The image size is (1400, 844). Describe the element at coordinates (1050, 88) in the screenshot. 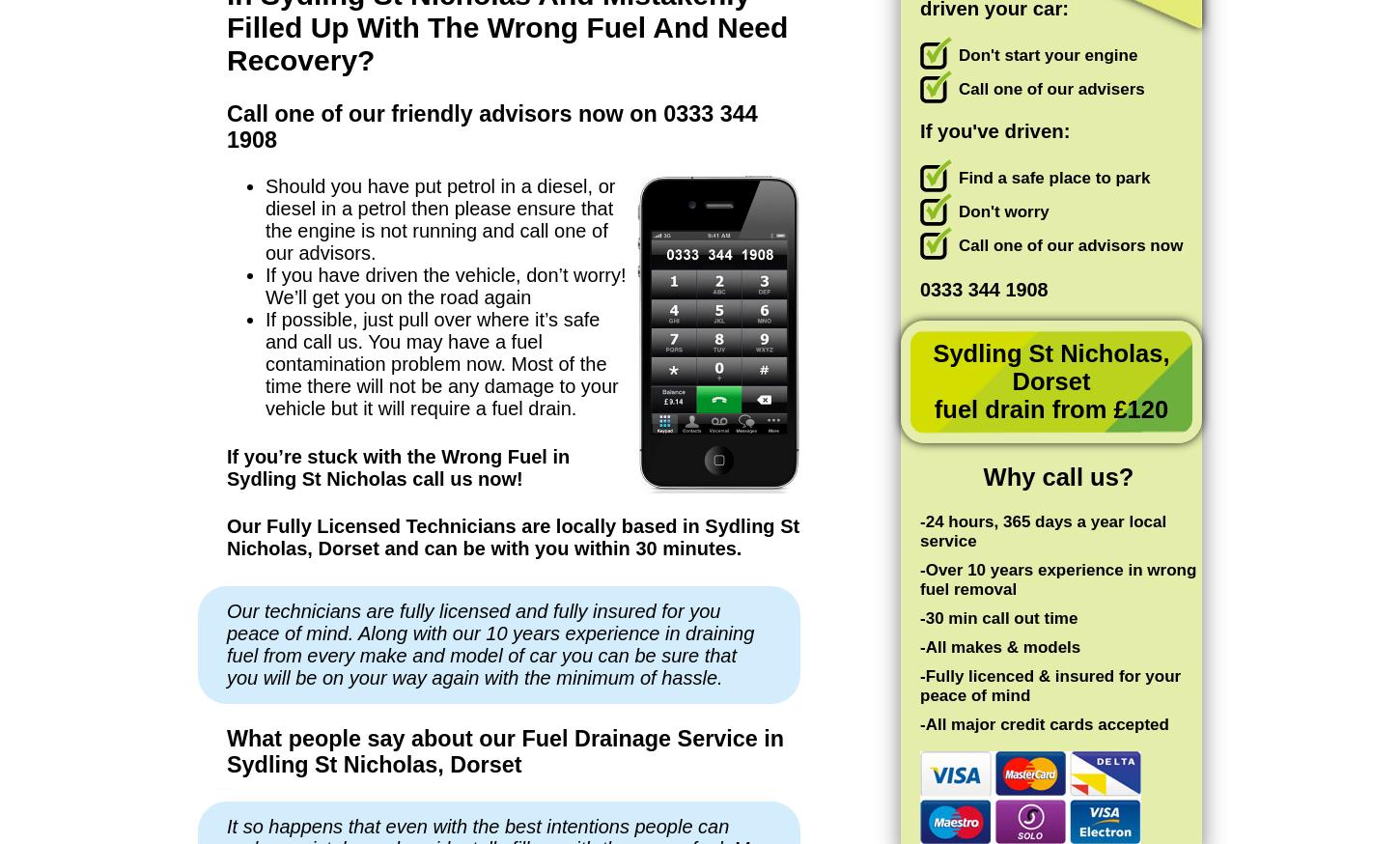

I see `'Call one of our advisers'` at that location.